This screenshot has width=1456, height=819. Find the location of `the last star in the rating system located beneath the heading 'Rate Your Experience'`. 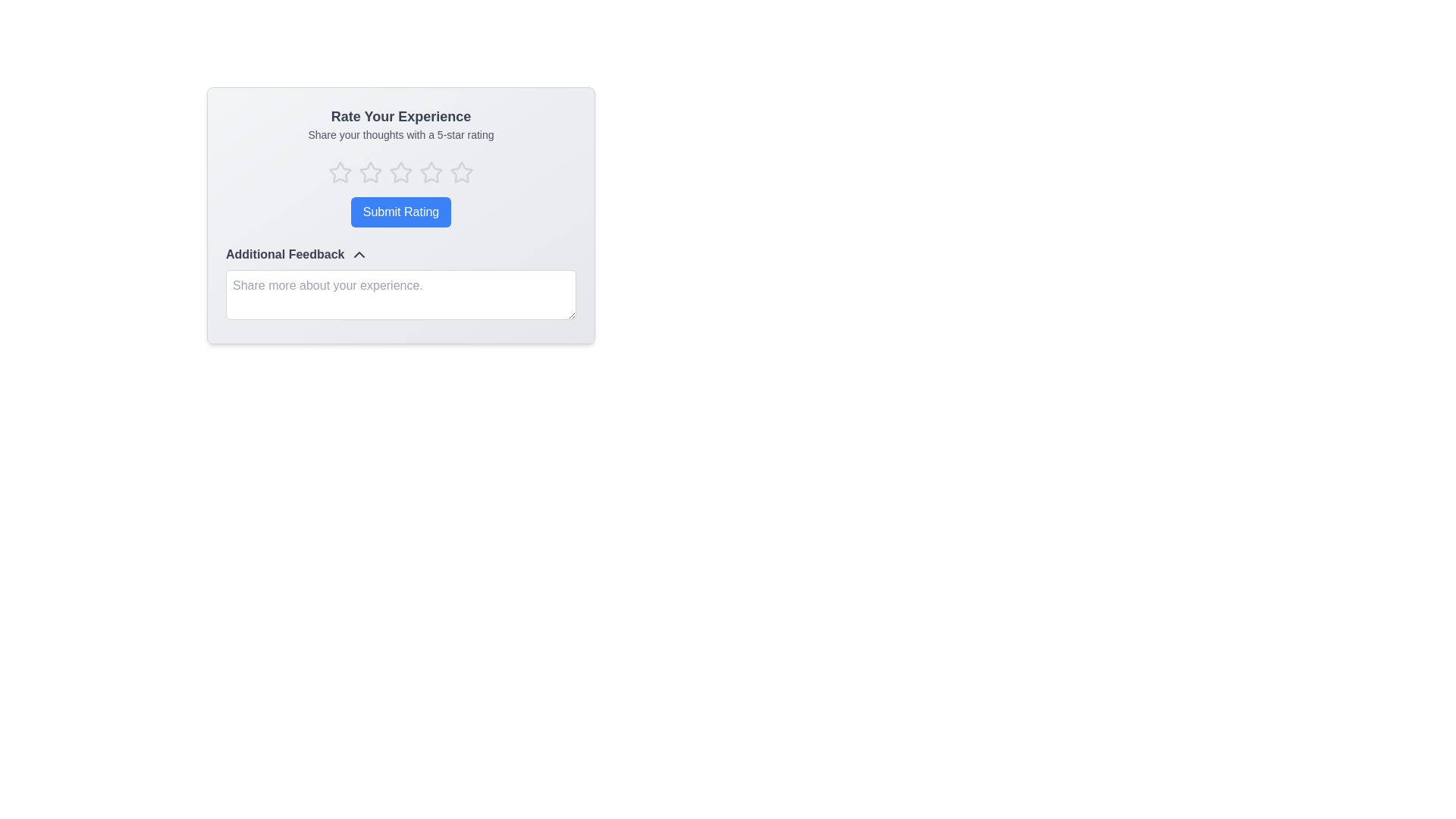

the last star in the rating system located beneath the heading 'Rate Your Experience' is located at coordinates (461, 171).